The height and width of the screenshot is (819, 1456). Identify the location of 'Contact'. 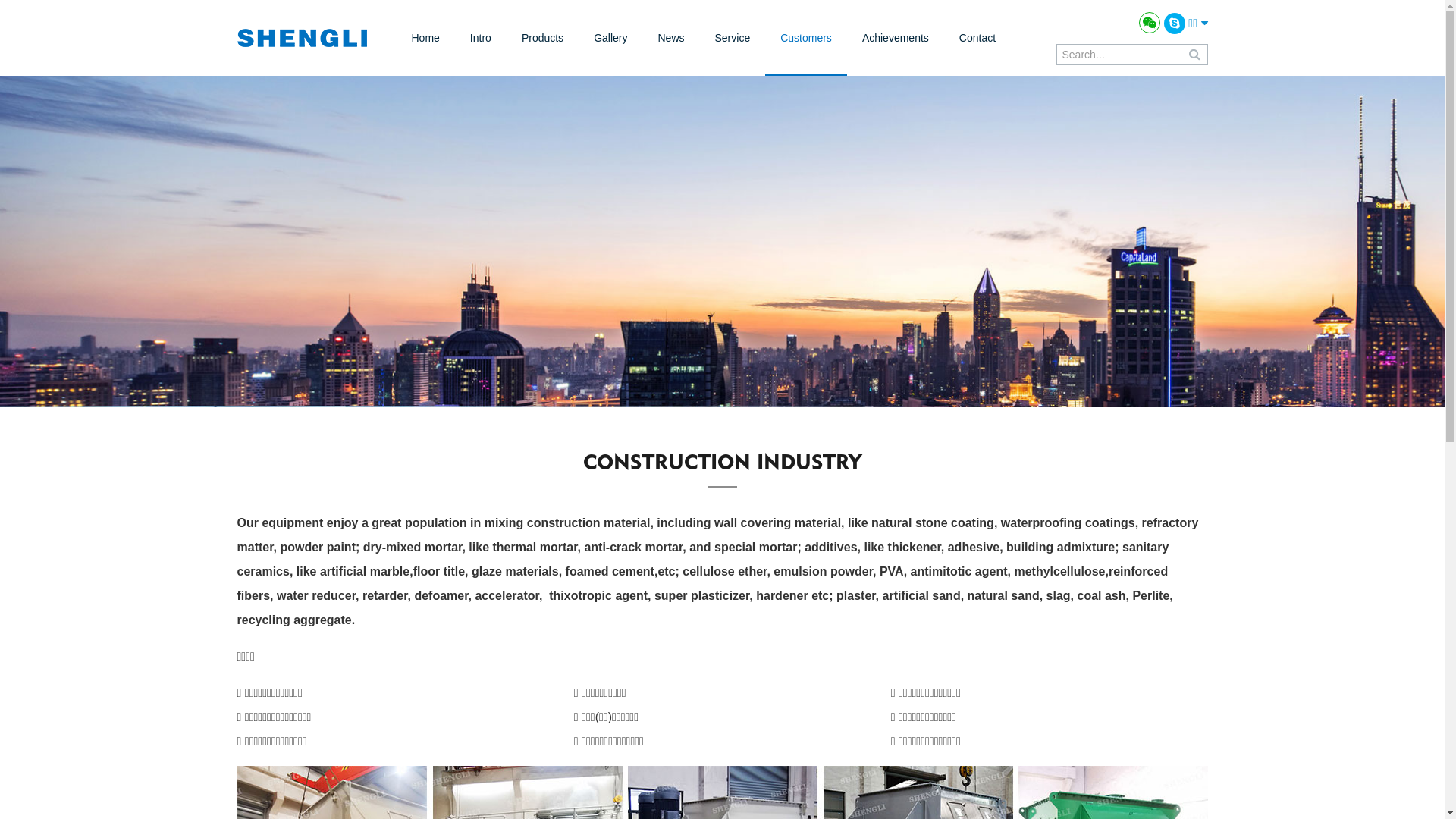
(977, 37).